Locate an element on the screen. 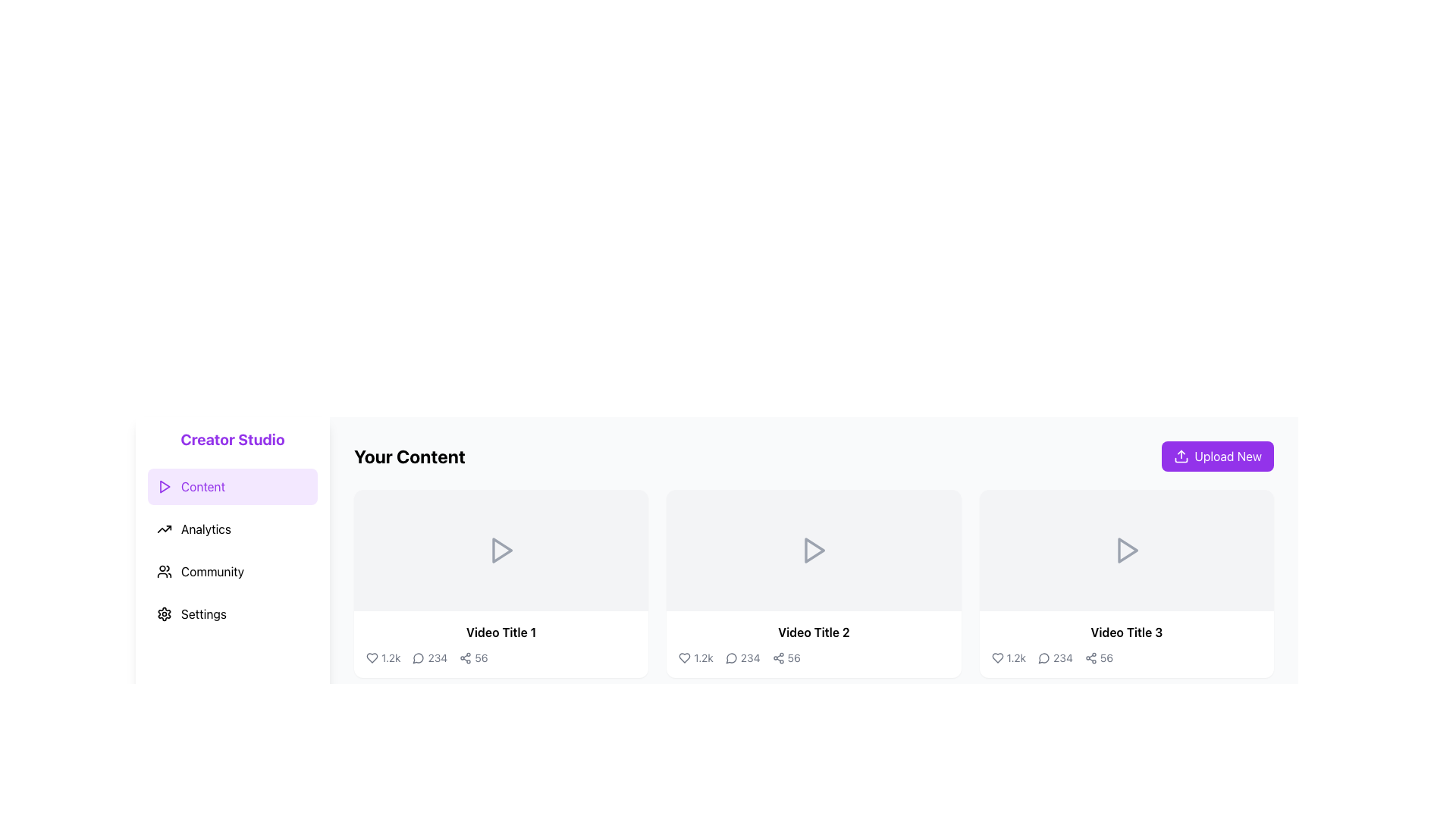 The image size is (1456, 819). the Card component with the play symbol and 'Video Title 2' text is located at coordinates (813, 583).